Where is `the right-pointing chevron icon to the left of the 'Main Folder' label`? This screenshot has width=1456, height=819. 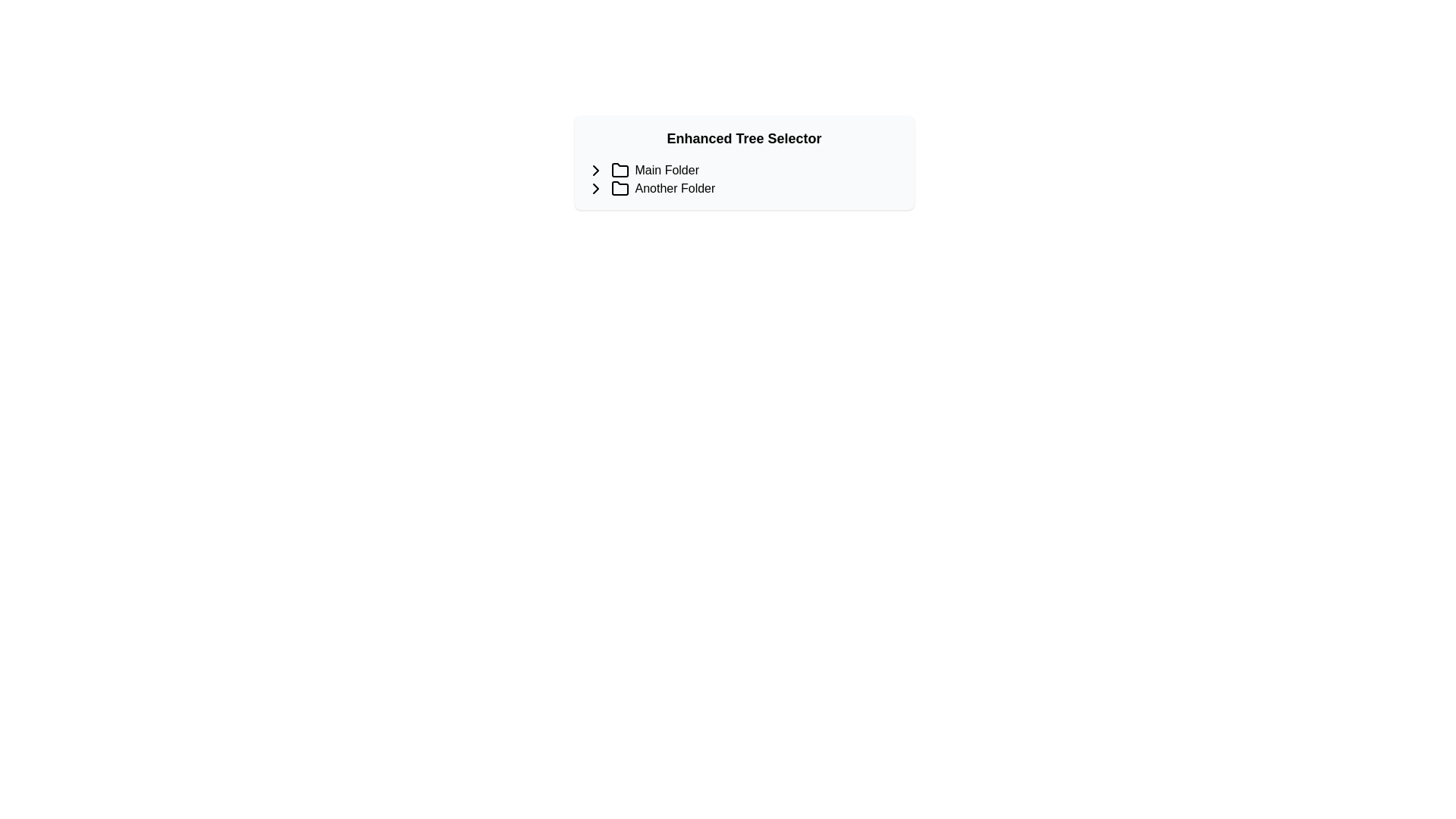 the right-pointing chevron icon to the left of the 'Main Folder' label is located at coordinates (595, 170).